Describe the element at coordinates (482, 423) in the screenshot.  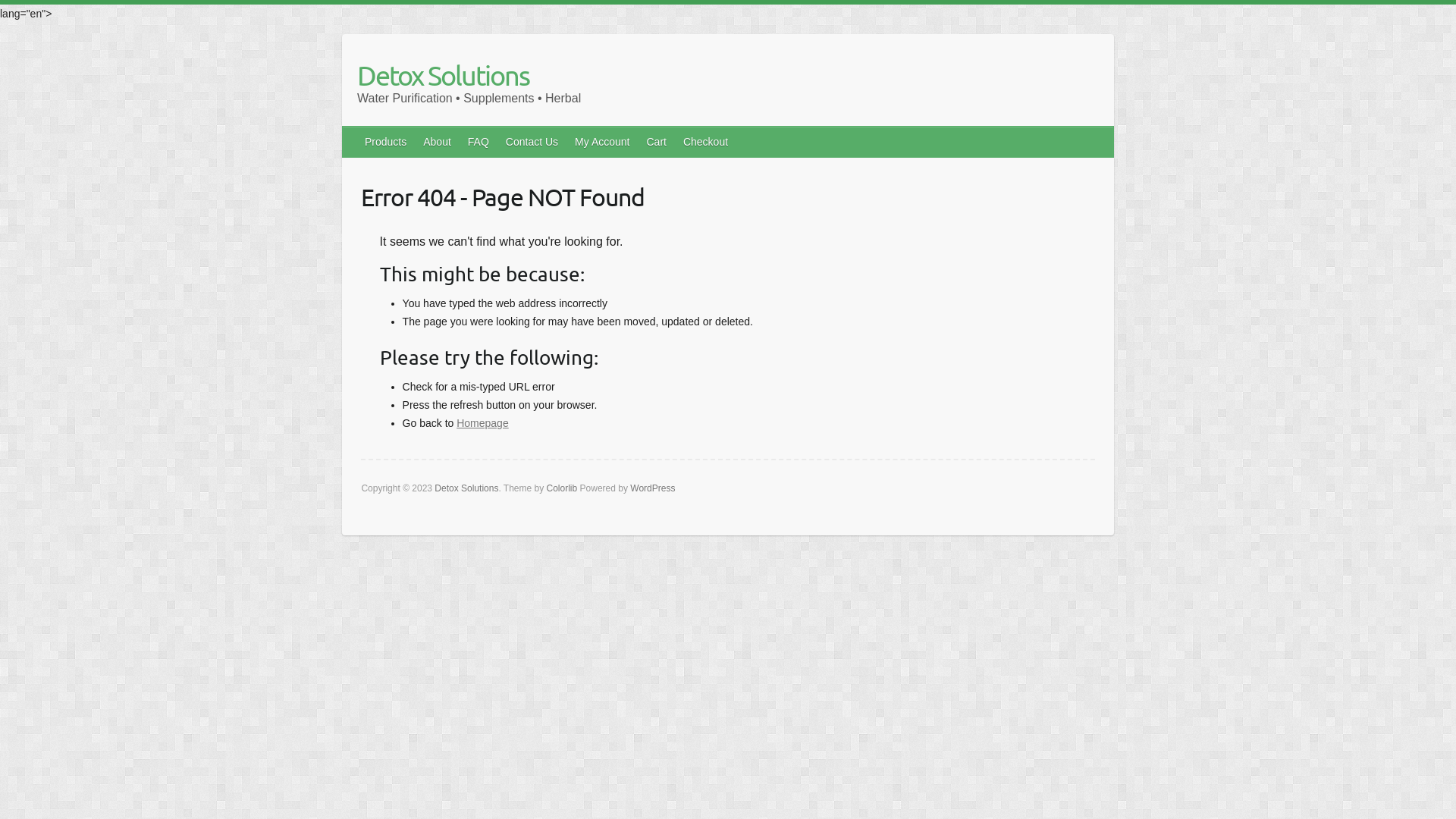
I see `'Homepage'` at that location.